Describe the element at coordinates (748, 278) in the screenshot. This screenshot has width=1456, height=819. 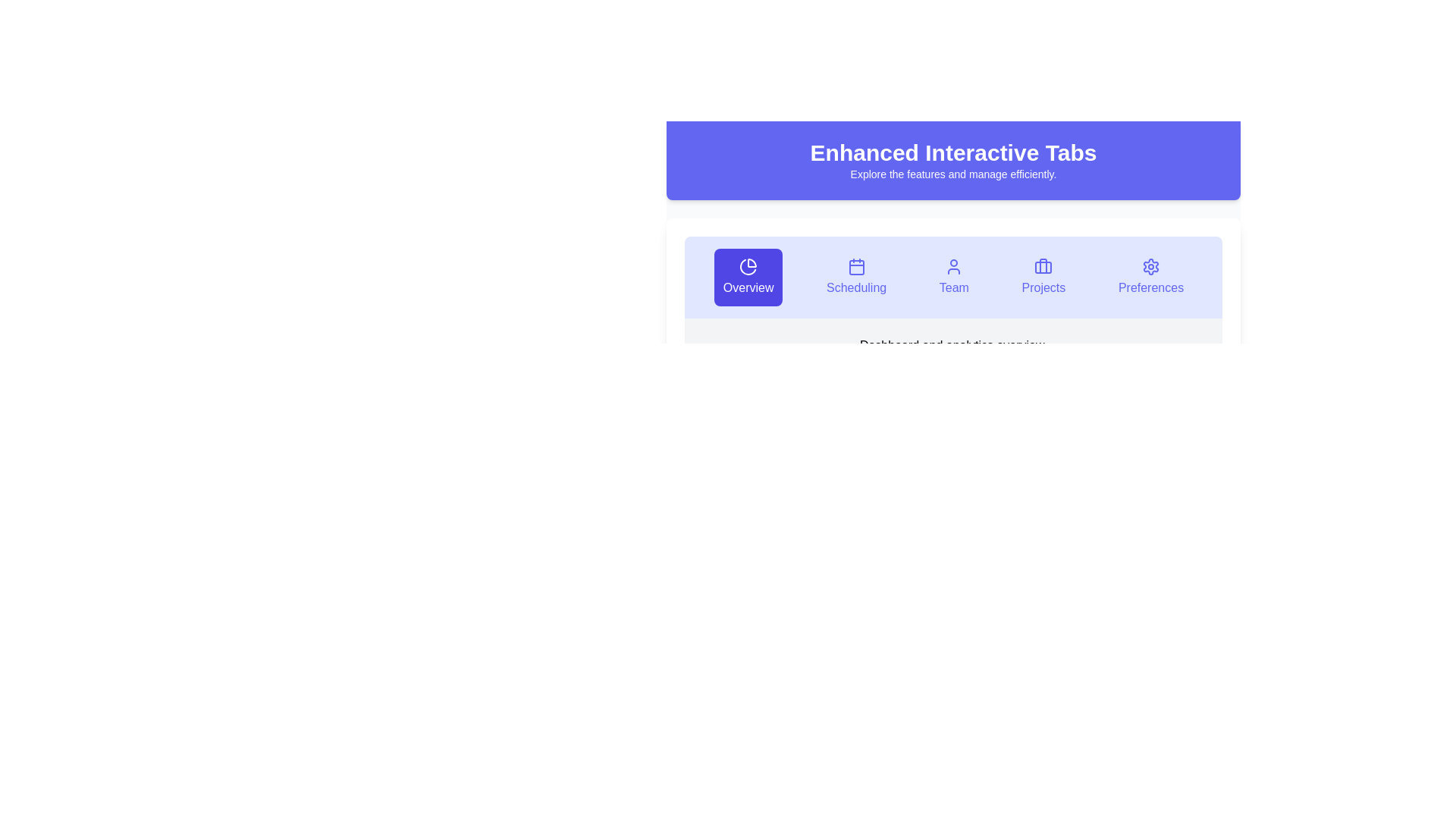
I see `the 'Overview' navigation button located in the top-center horizontal navigation bar` at that location.